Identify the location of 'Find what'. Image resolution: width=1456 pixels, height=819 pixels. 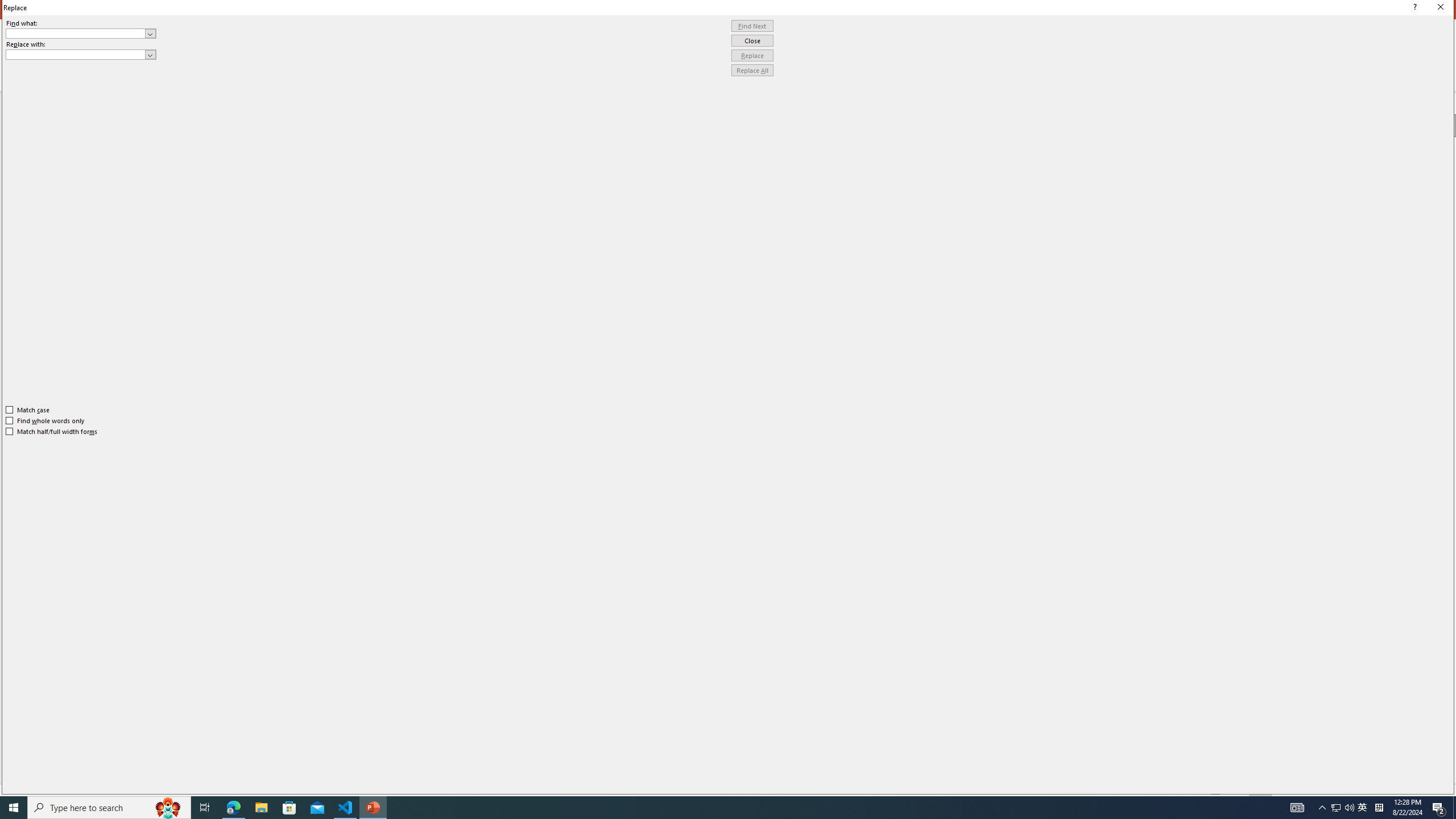
(76, 33).